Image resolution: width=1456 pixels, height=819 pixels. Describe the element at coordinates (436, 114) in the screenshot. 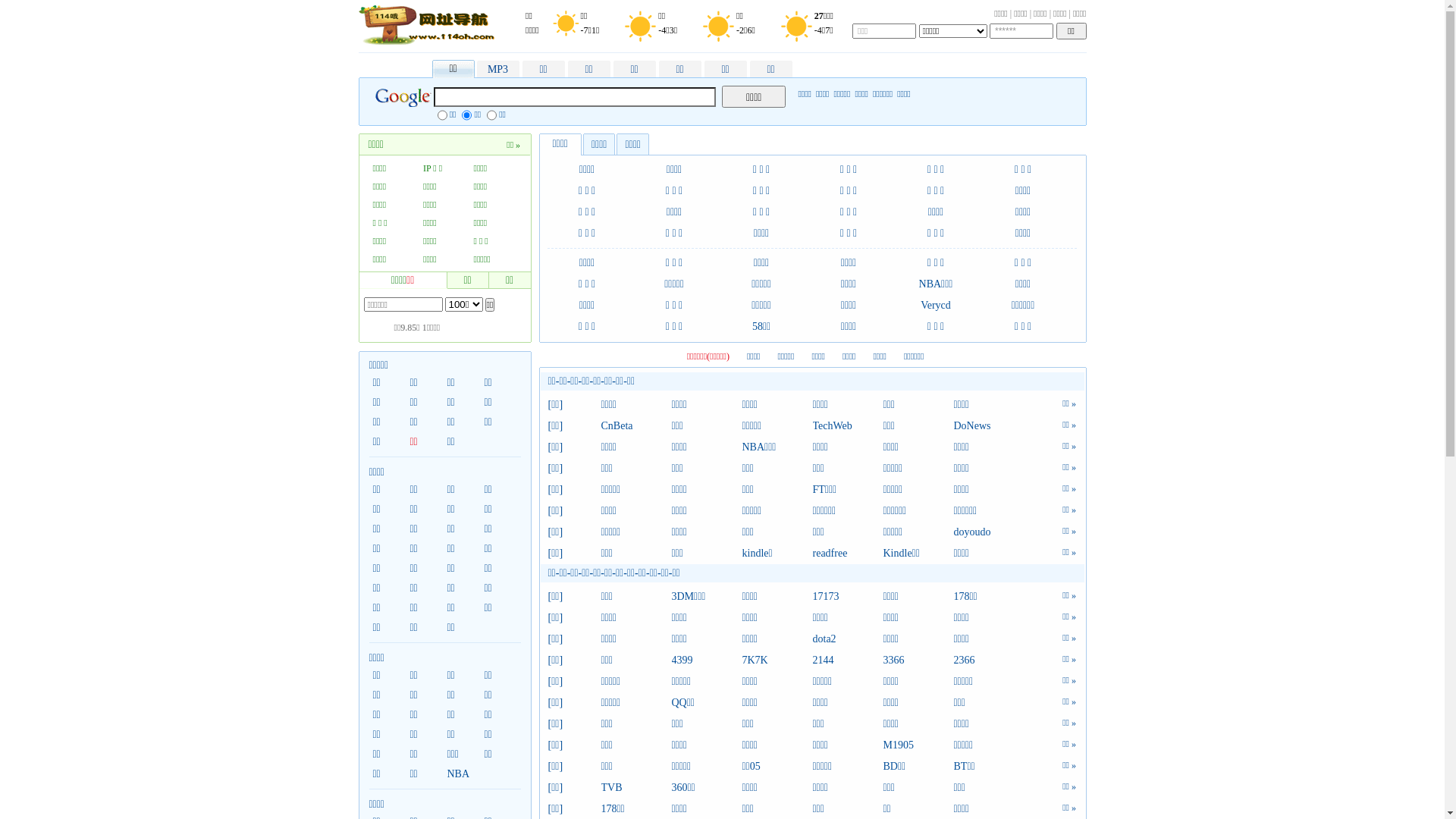

I see `'on'` at that location.